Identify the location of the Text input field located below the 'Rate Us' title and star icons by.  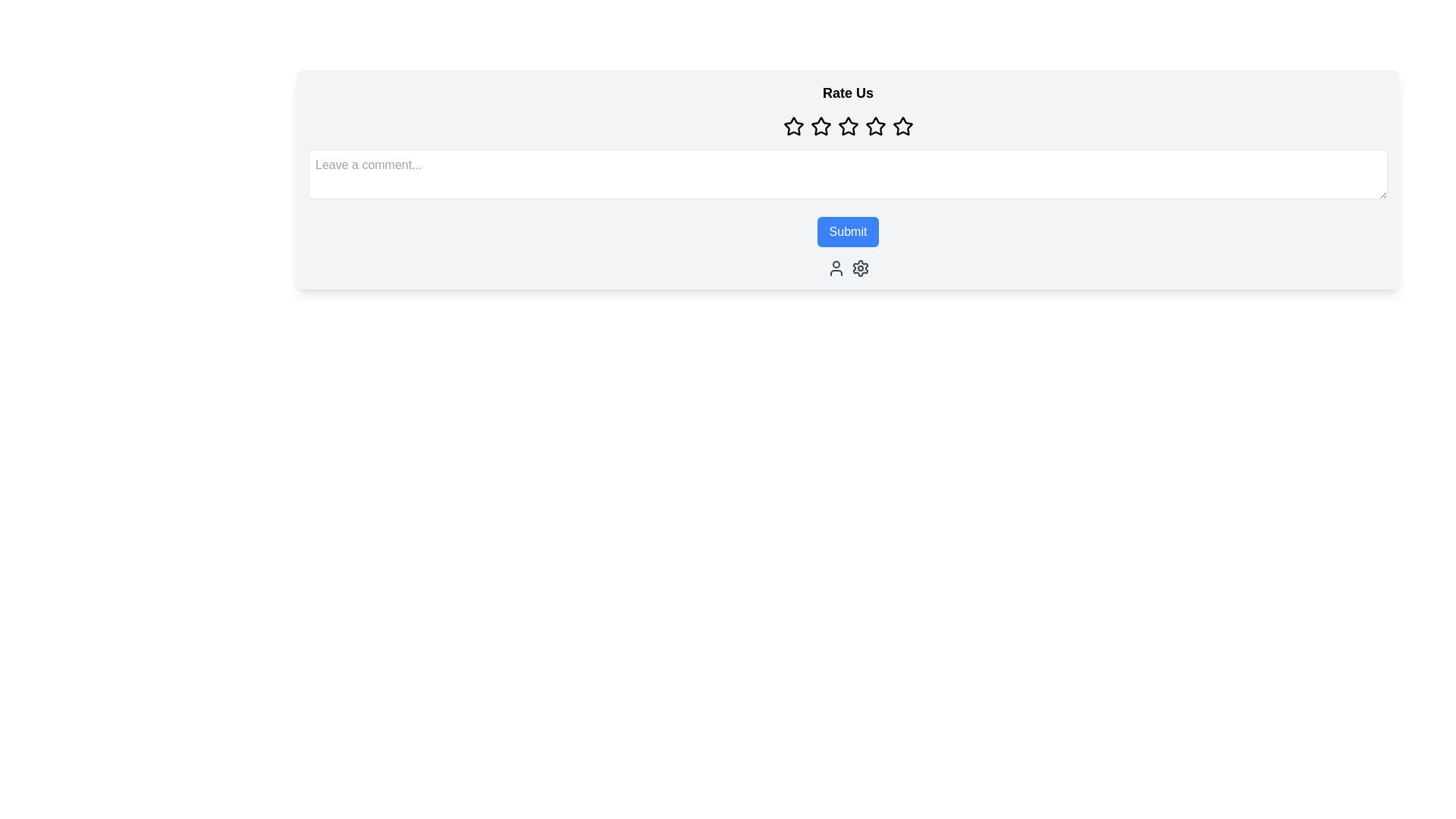
(847, 174).